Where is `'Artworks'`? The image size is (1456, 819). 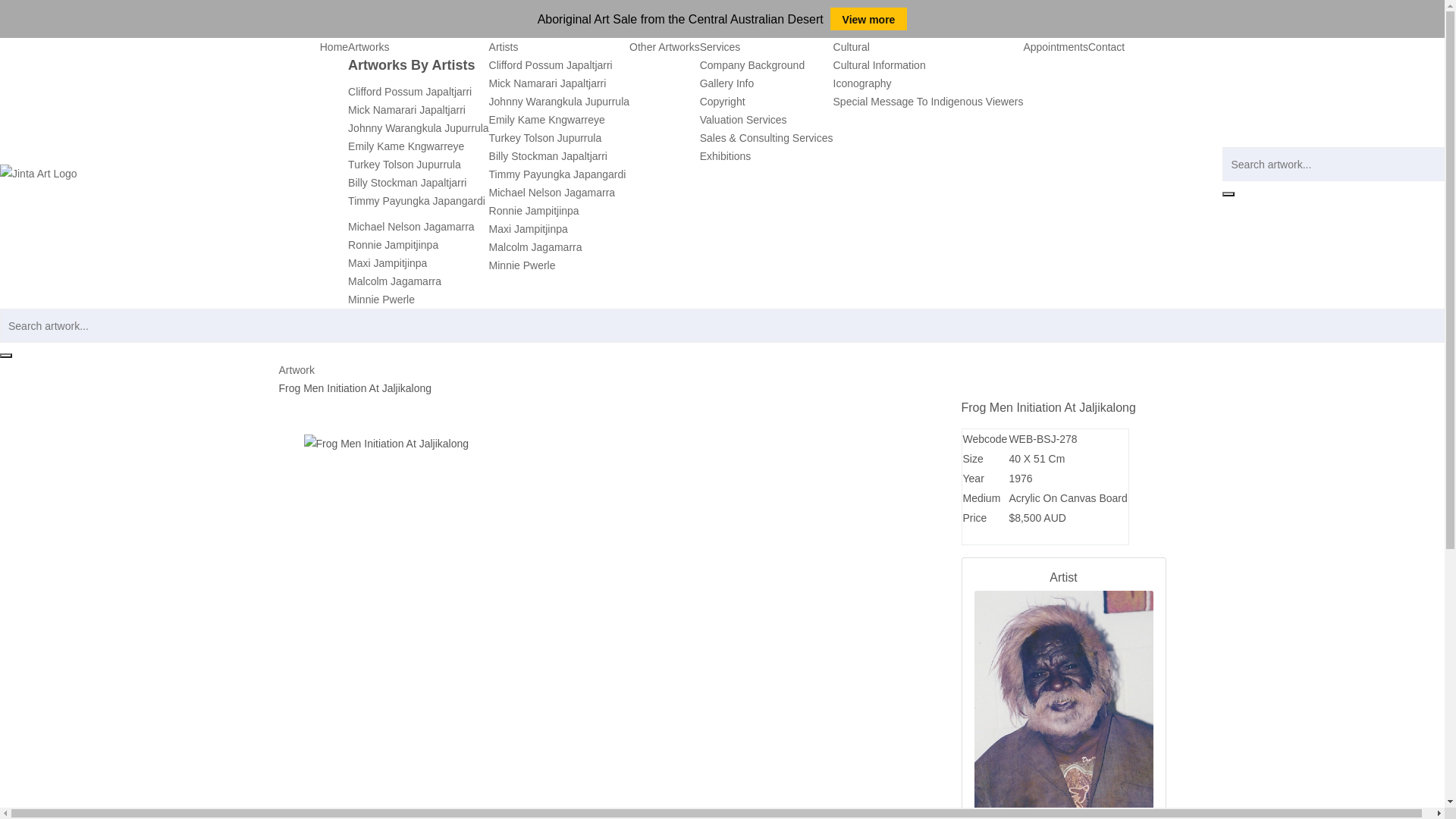 'Artworks' is located at coordinates (347, 45).